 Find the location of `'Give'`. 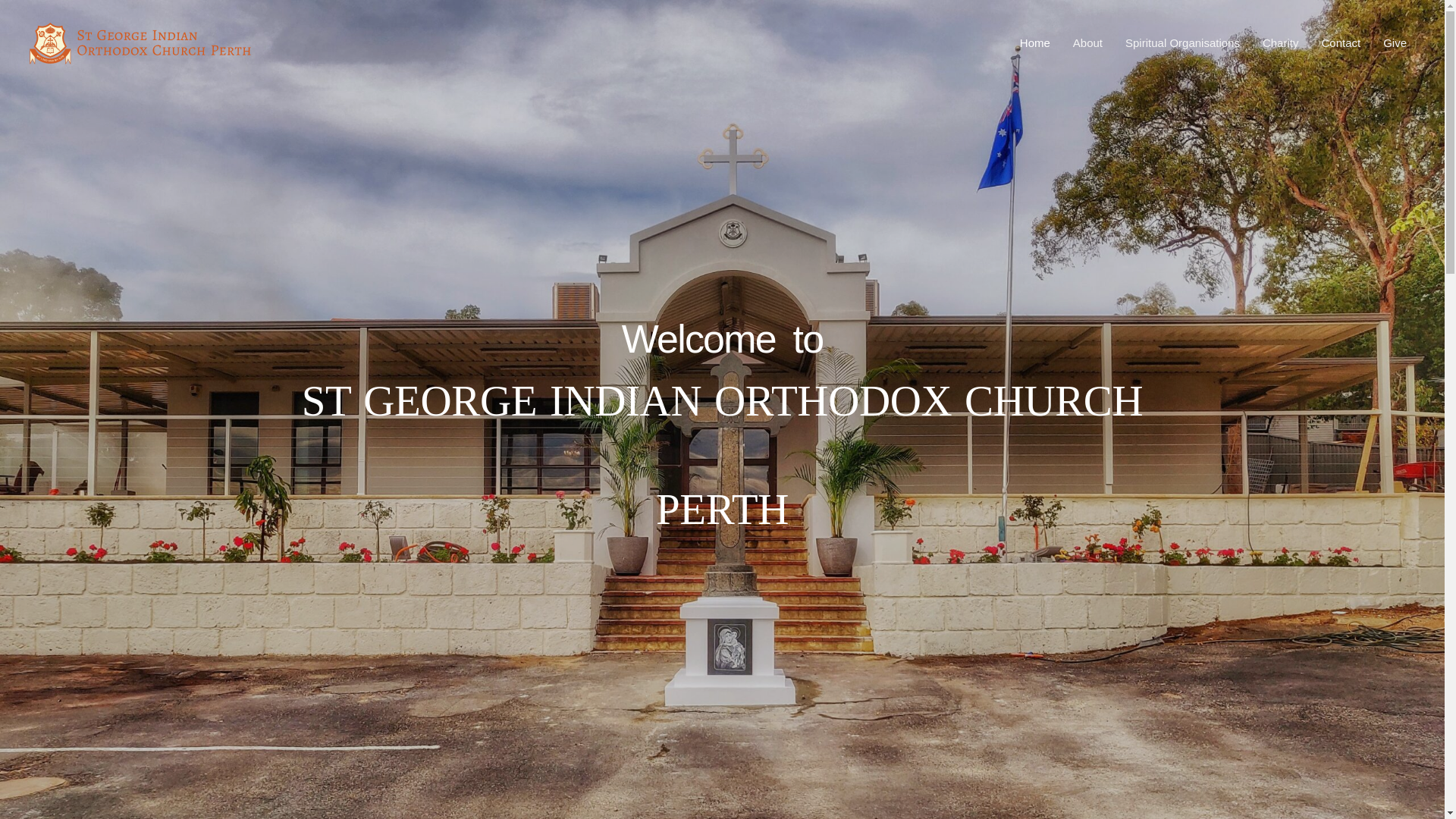

'Give' is located at coordinates (1372, 42).